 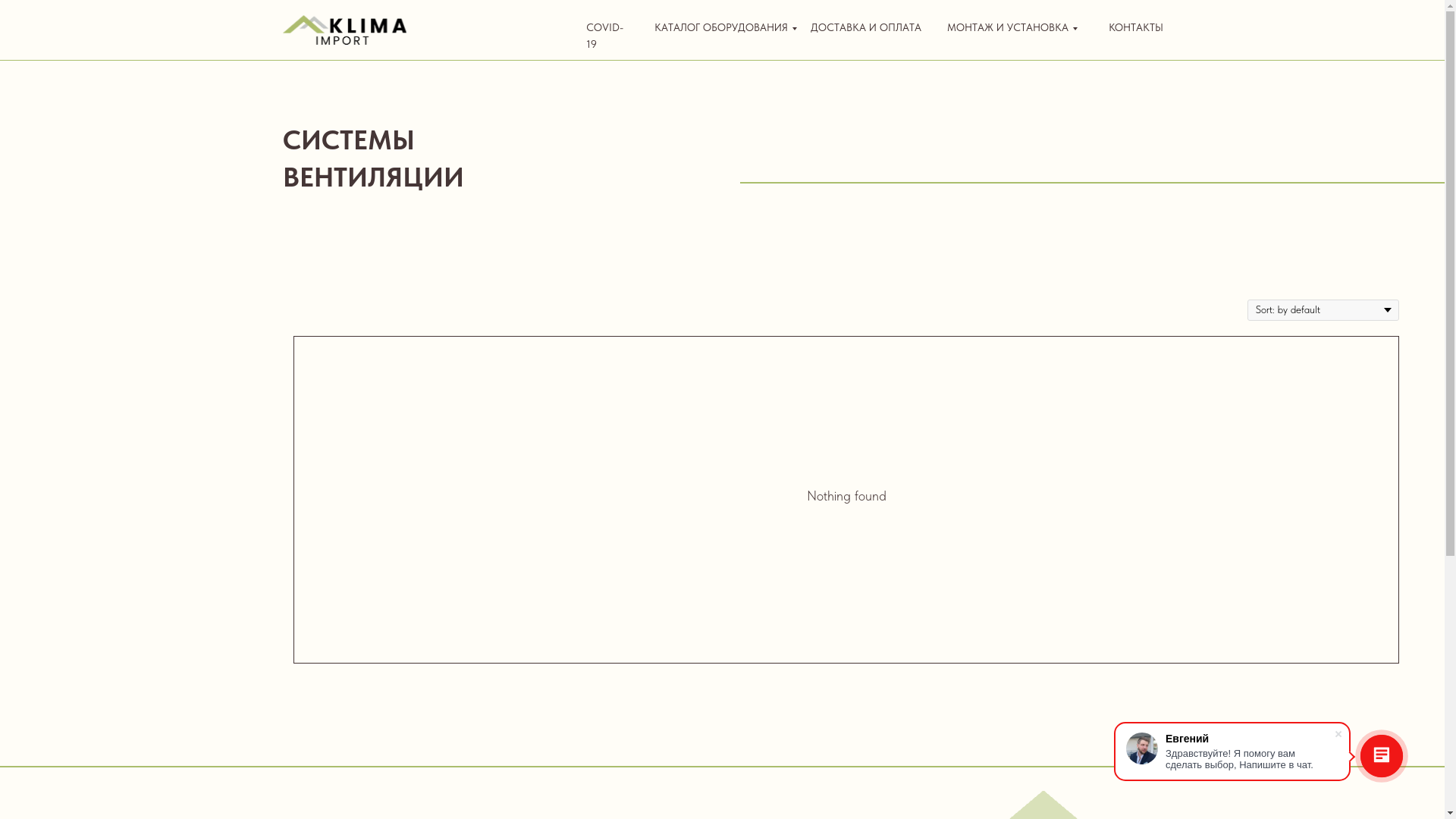 I want to click on 'COVID-19', so click(x=603, y=34).